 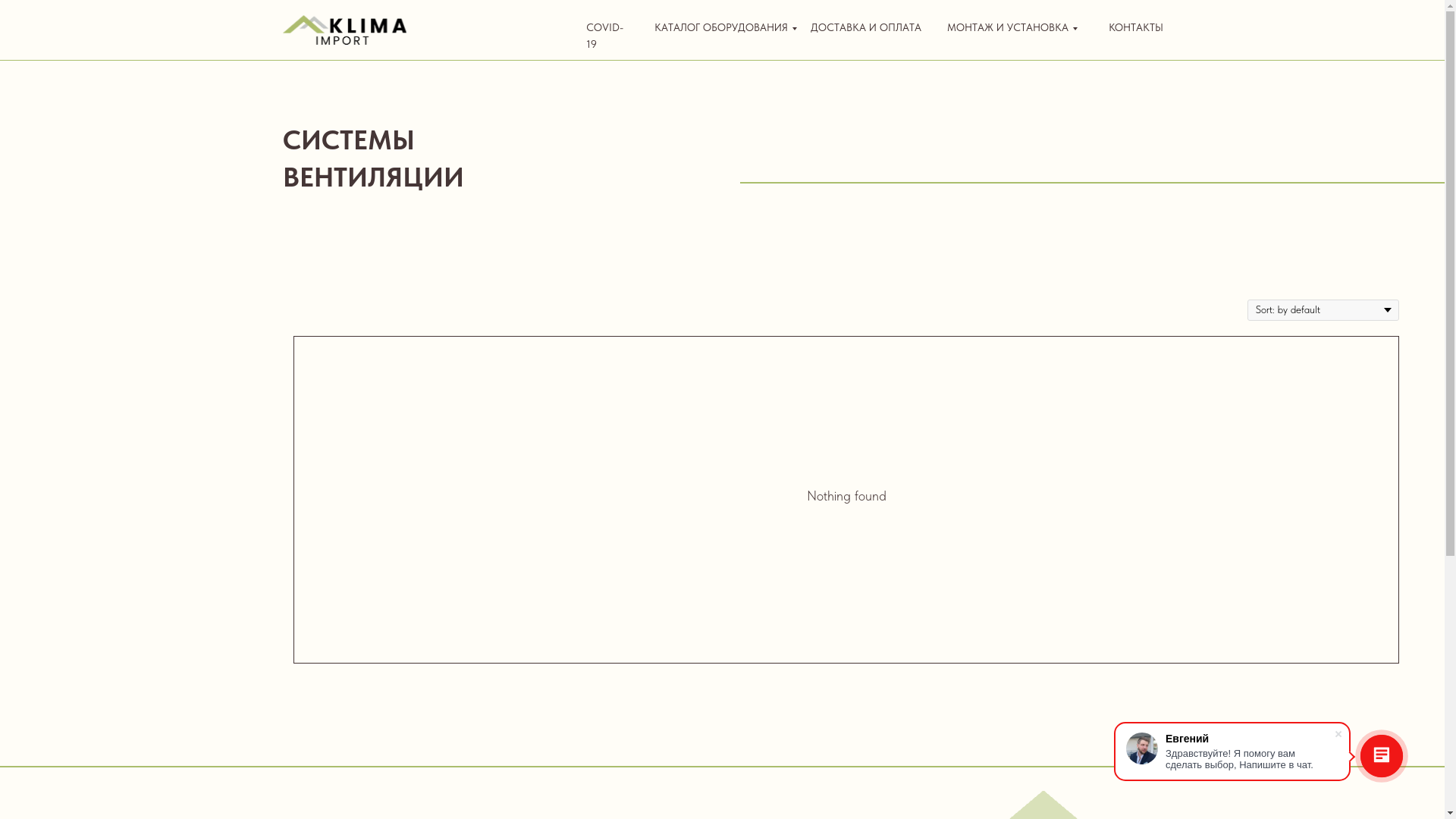 I want to click on 'COVID-19', so click(x=603, y=34).